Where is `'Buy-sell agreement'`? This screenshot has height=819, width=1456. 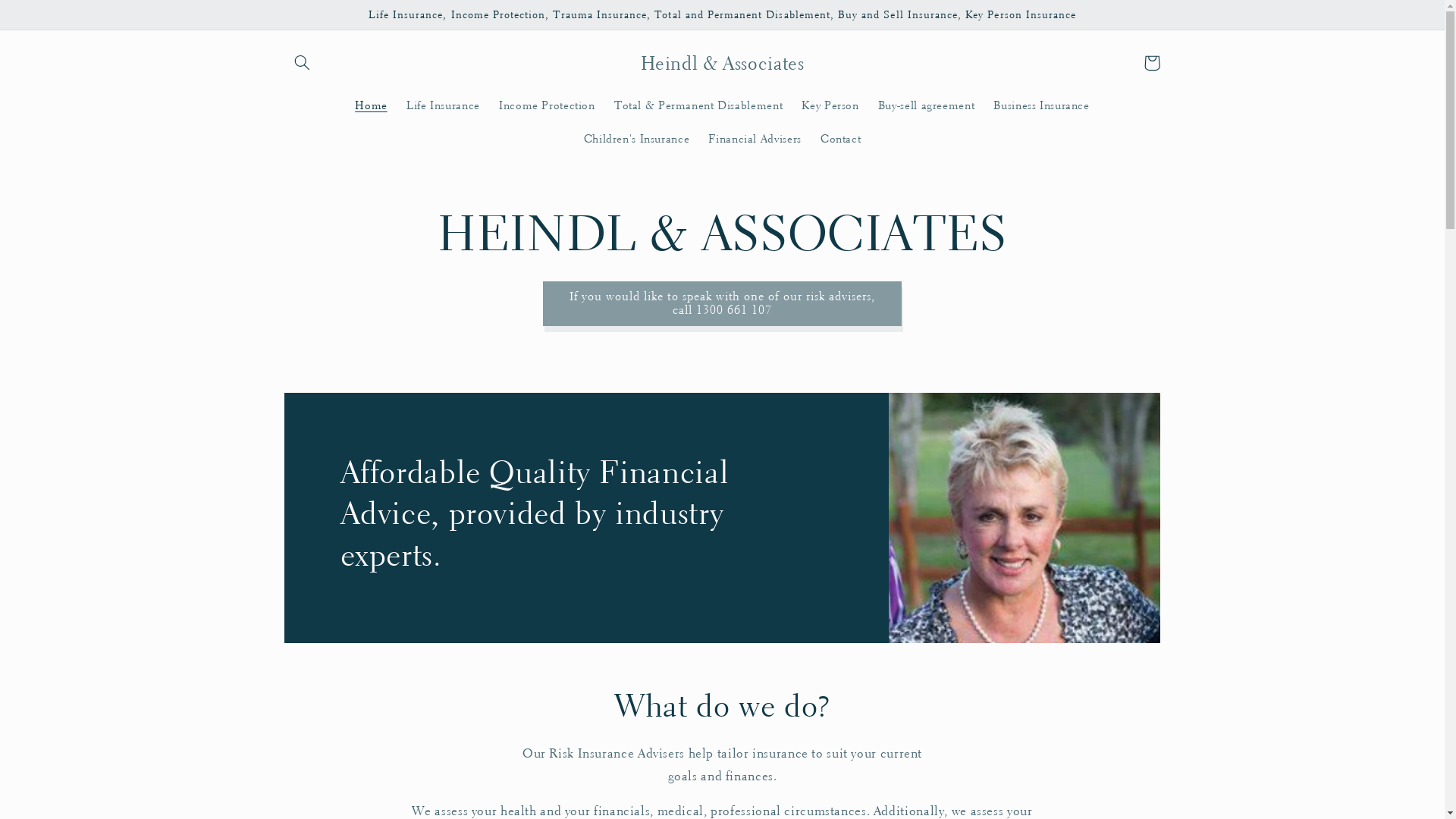 'Buy-sell agreement' is located at coordinates (925, 104).